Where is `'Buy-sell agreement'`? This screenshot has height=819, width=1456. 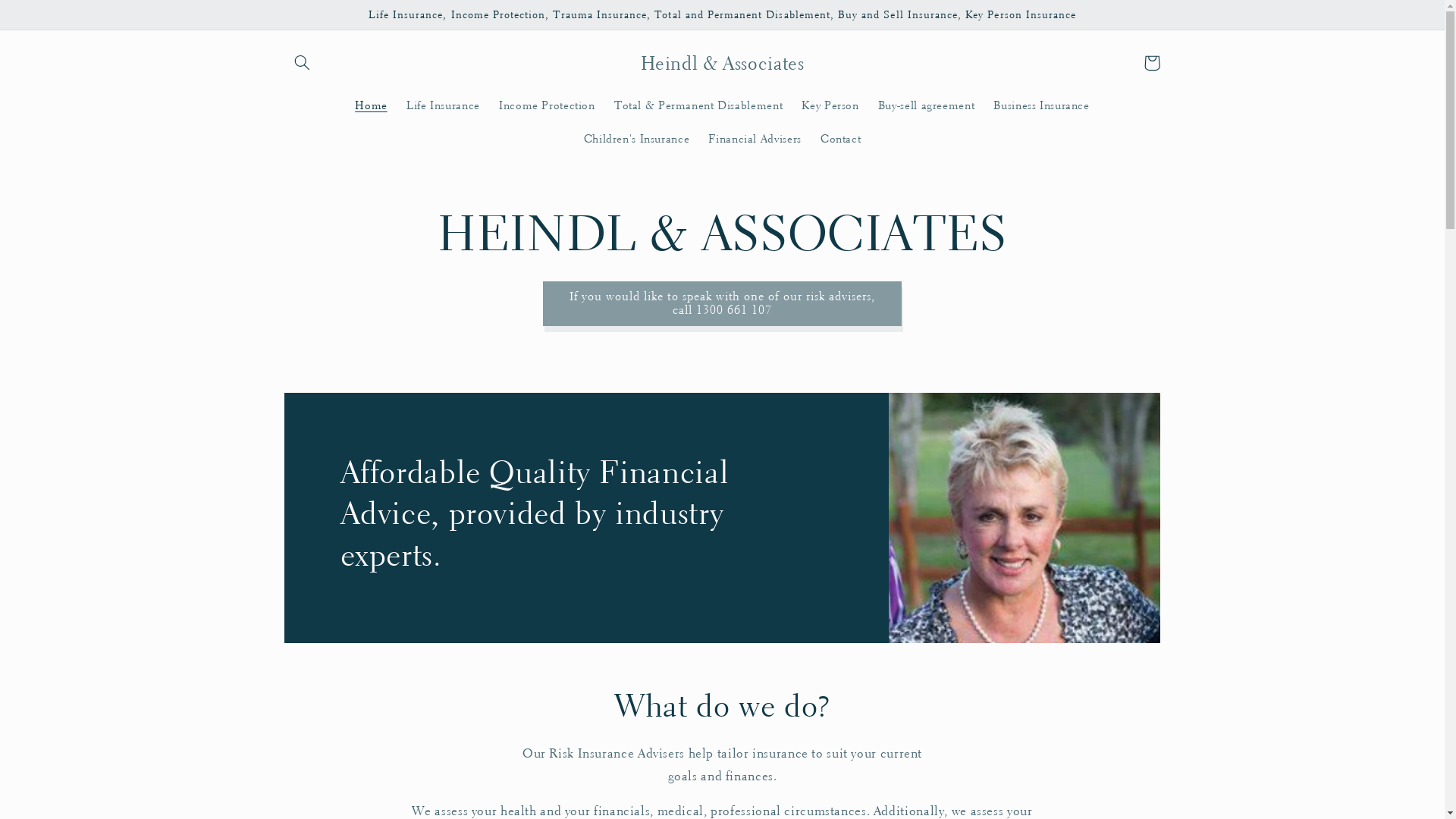 'Buy-sell agreement' is located at coordinates (925, 104).